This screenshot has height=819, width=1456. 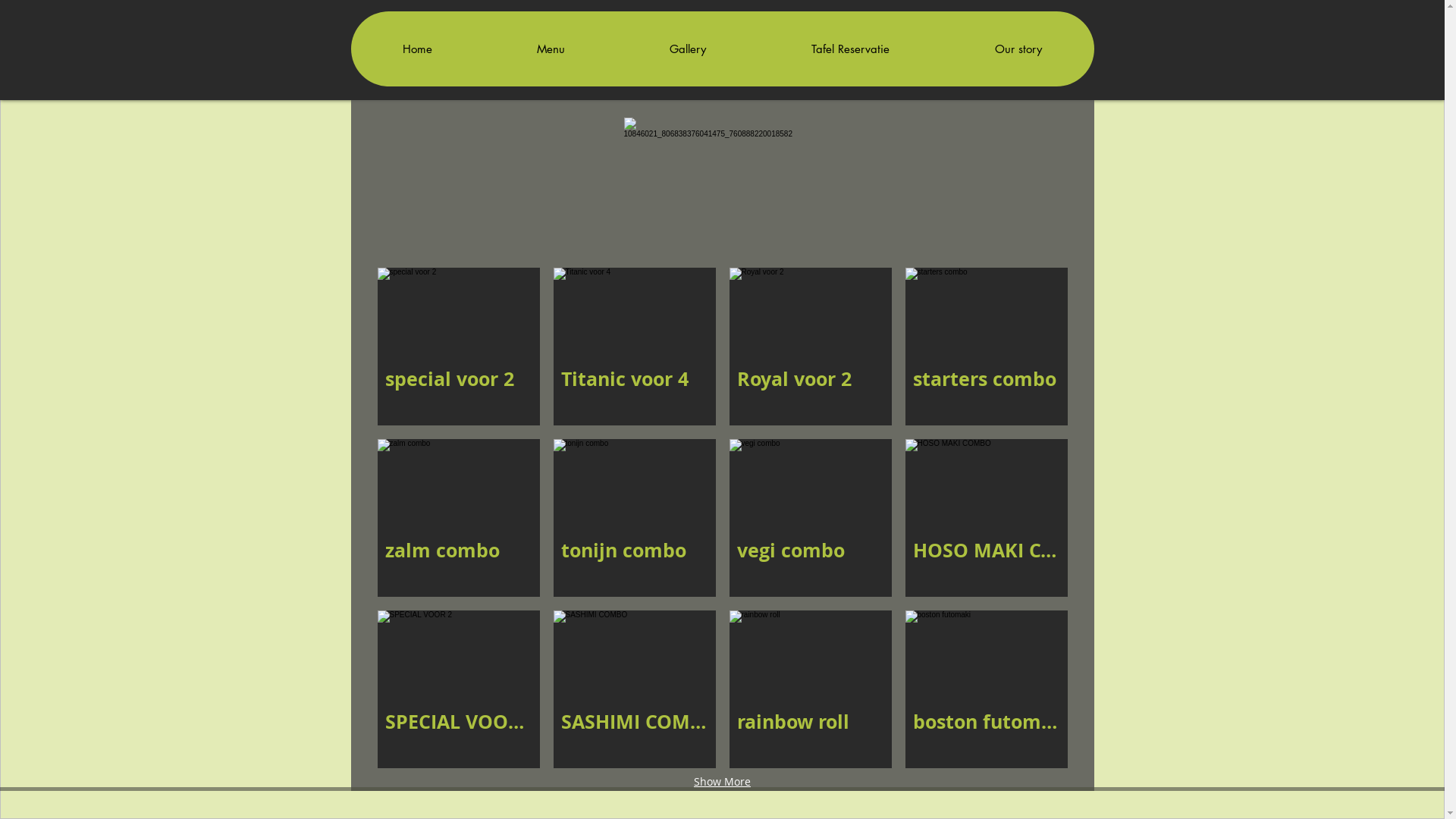 What do you see at coordinates (549, 48) in the screenshot?
I see `'Menu'` at bounding box center [549, 48].